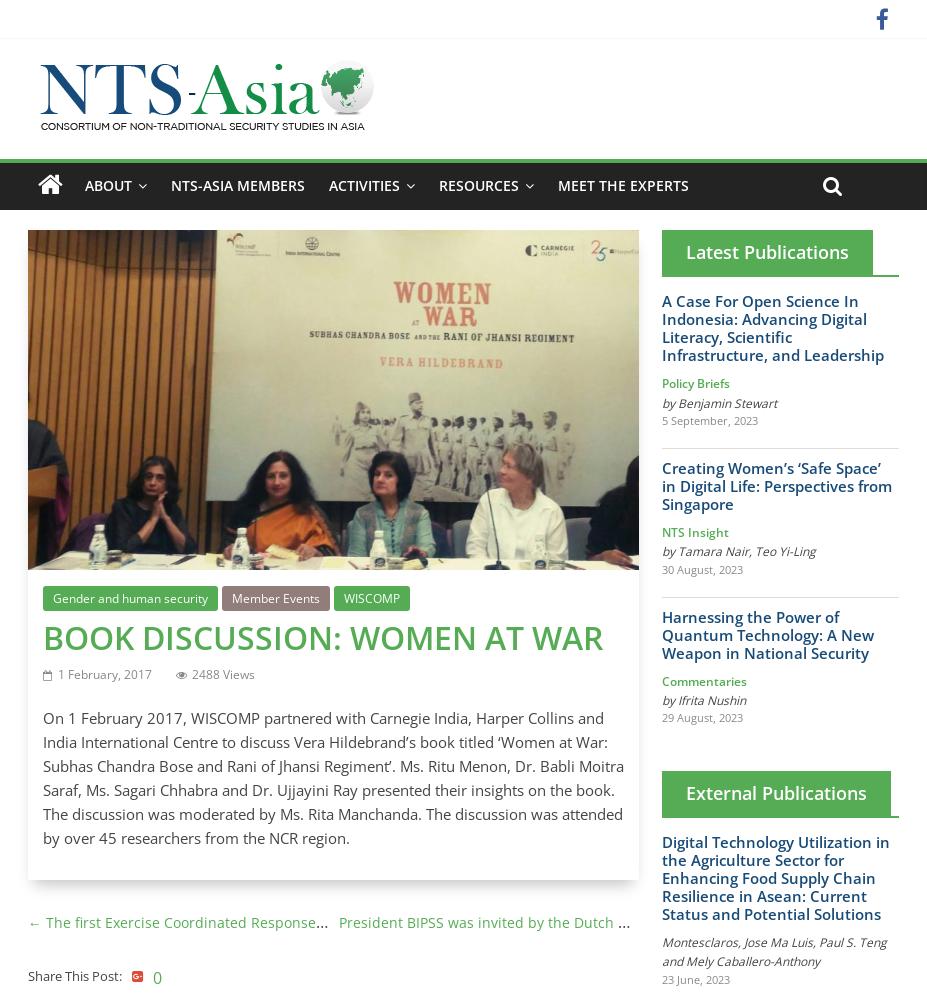 This screenshot has width=927, height=1000. I want to click on 'Member Events', so click(275, 596).